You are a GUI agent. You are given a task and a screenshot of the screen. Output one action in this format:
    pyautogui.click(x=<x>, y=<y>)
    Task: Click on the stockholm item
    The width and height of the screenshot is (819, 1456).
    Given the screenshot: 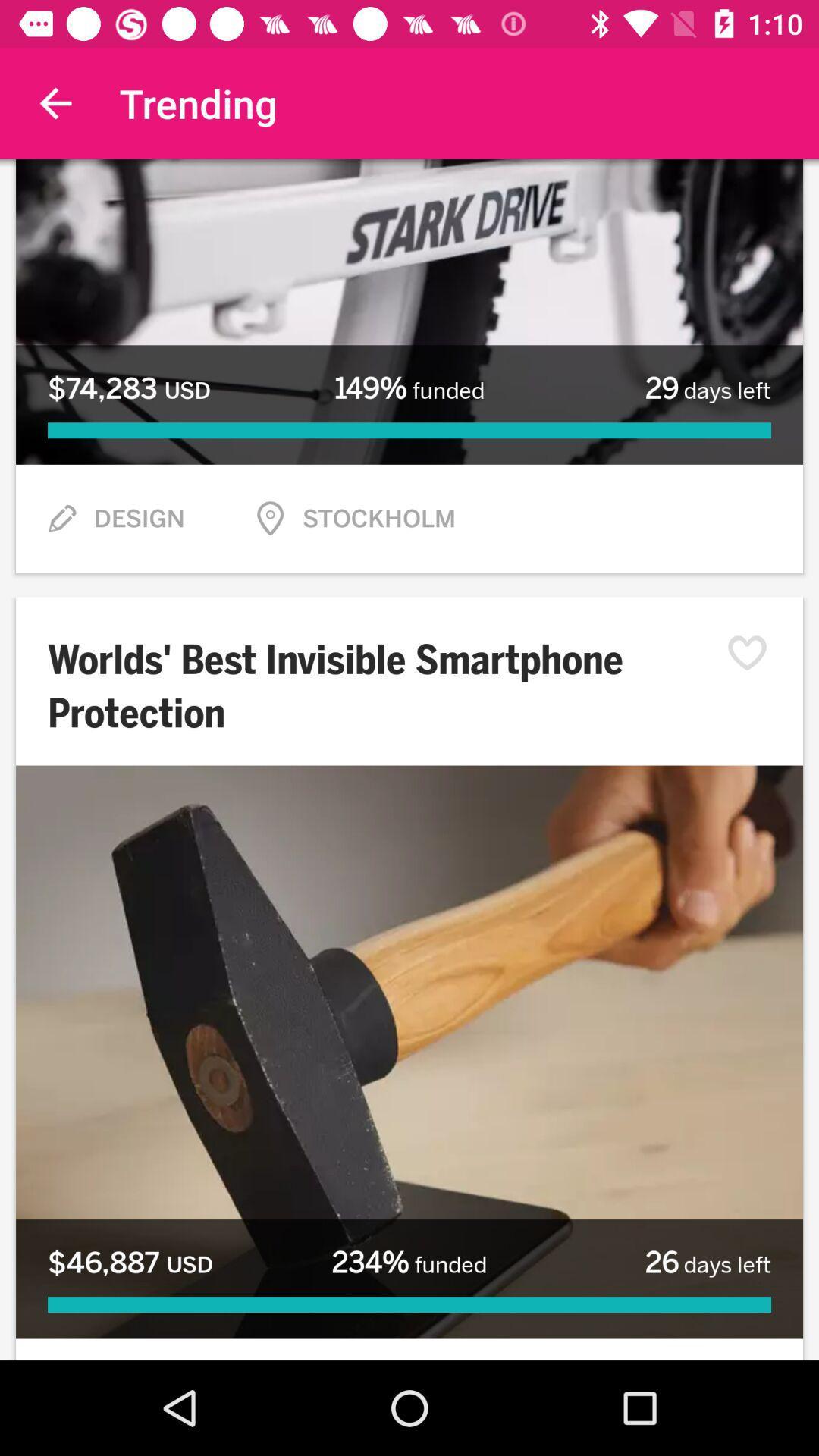 What is the action you would take?
    pyautogui.click(x=378, y=519)
    